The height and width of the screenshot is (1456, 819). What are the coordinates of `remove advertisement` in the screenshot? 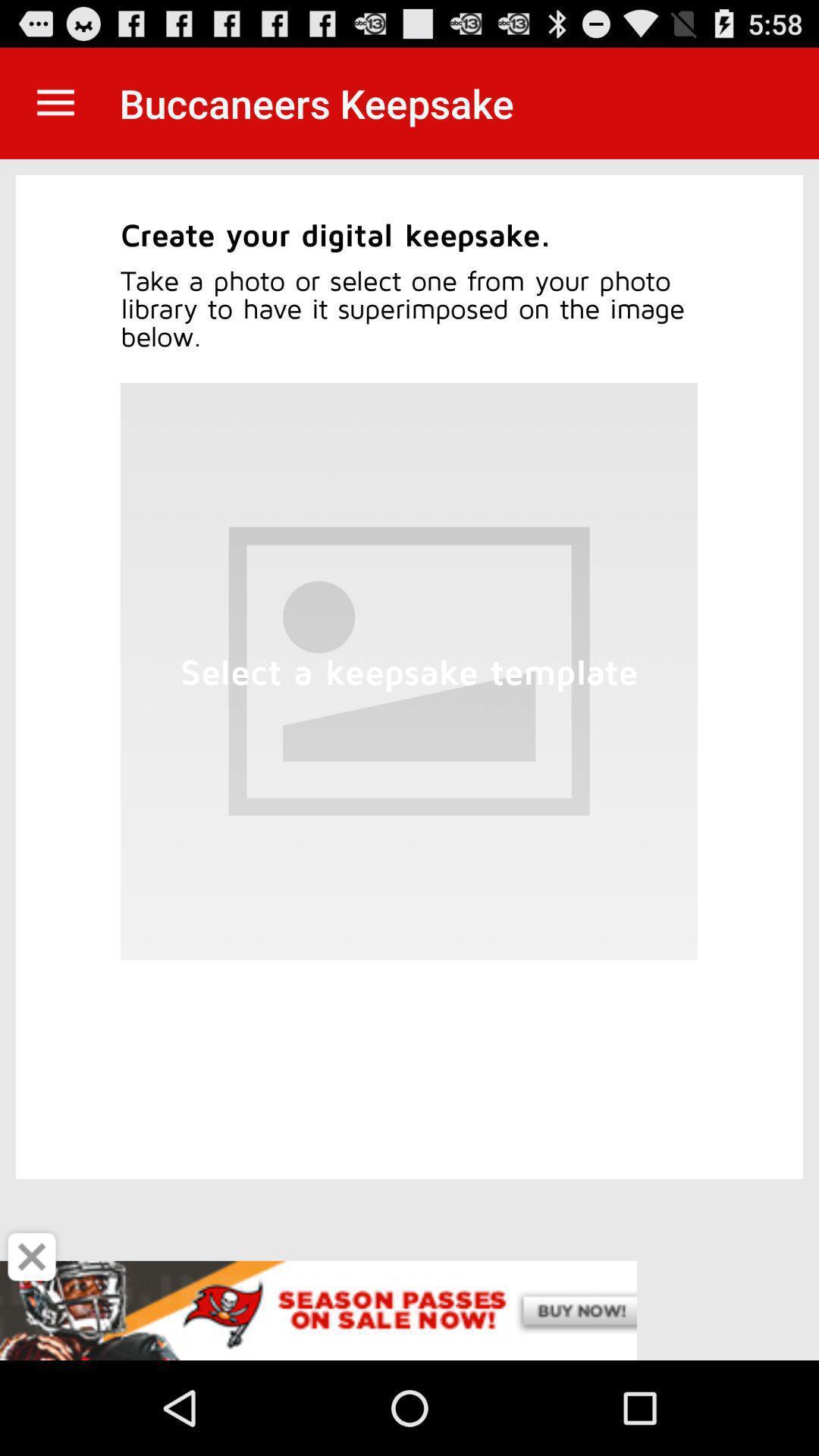 It's located at (32, 1257).